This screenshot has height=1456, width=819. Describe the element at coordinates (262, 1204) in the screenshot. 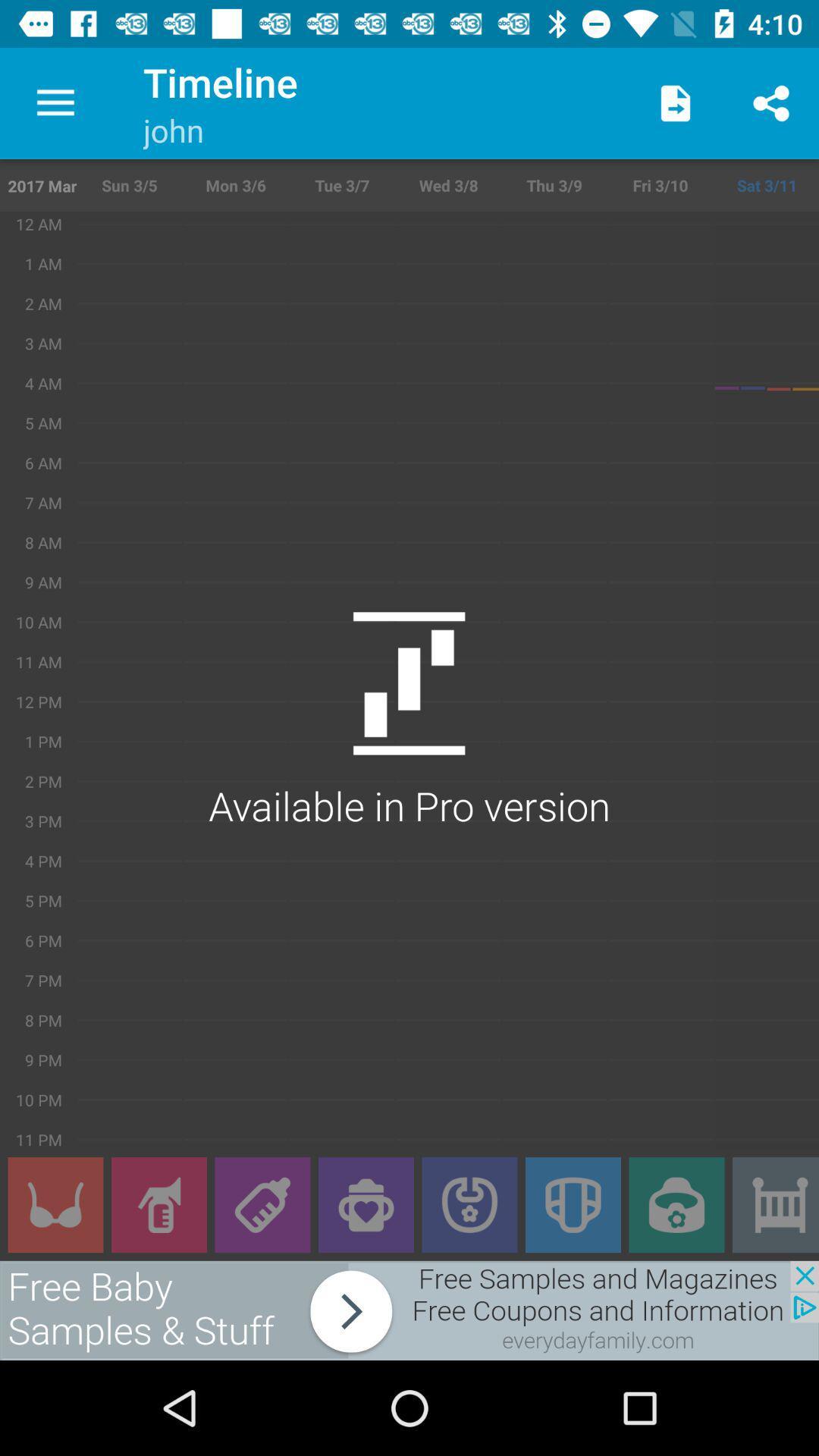

I see `open sub menu` at that location.